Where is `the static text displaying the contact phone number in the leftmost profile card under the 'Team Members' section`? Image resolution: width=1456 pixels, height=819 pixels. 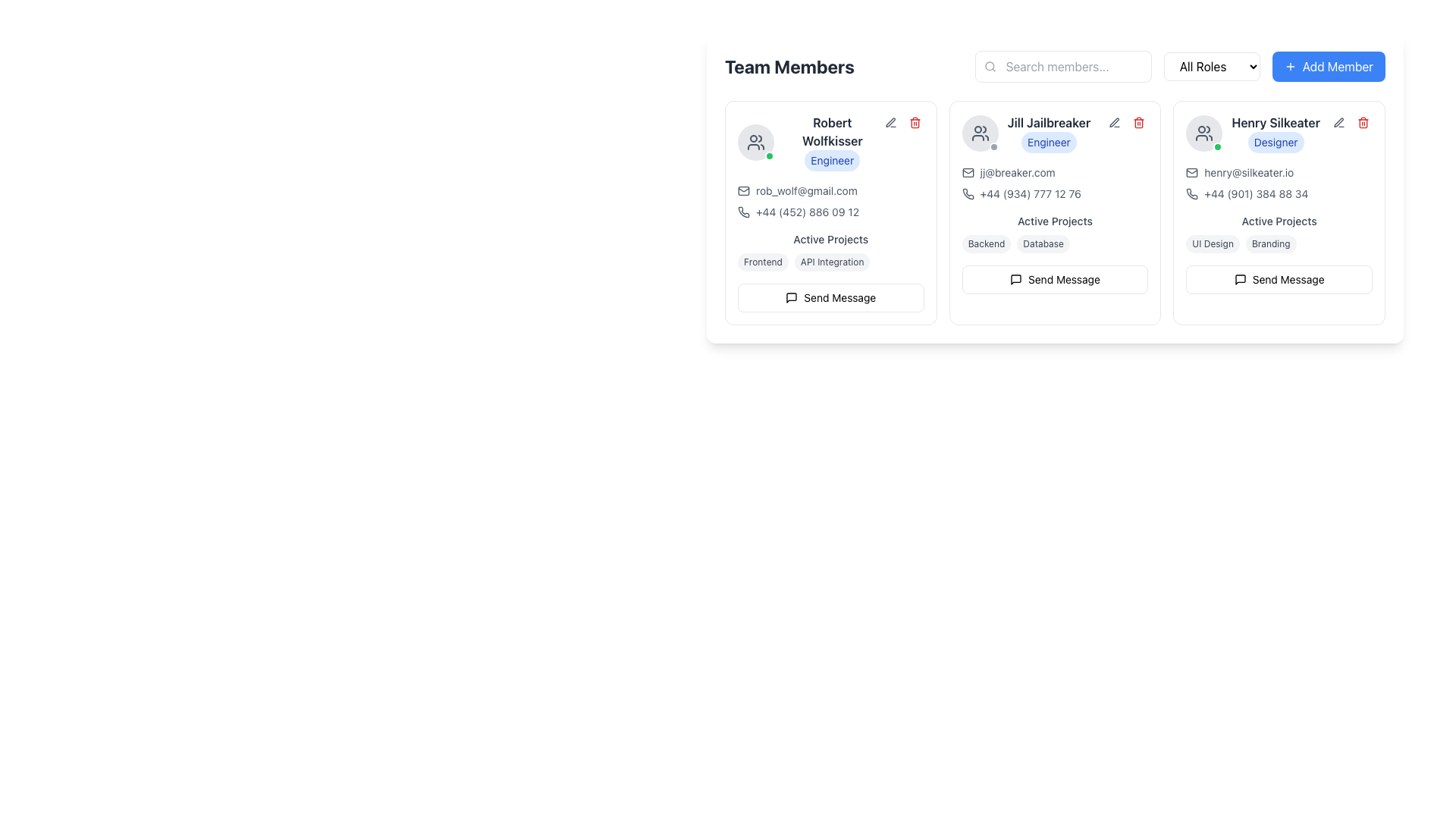 the static text displaying the contact phone number in the leftmost profile card under the 'Team Members' section is located at coordinates (830, 212).